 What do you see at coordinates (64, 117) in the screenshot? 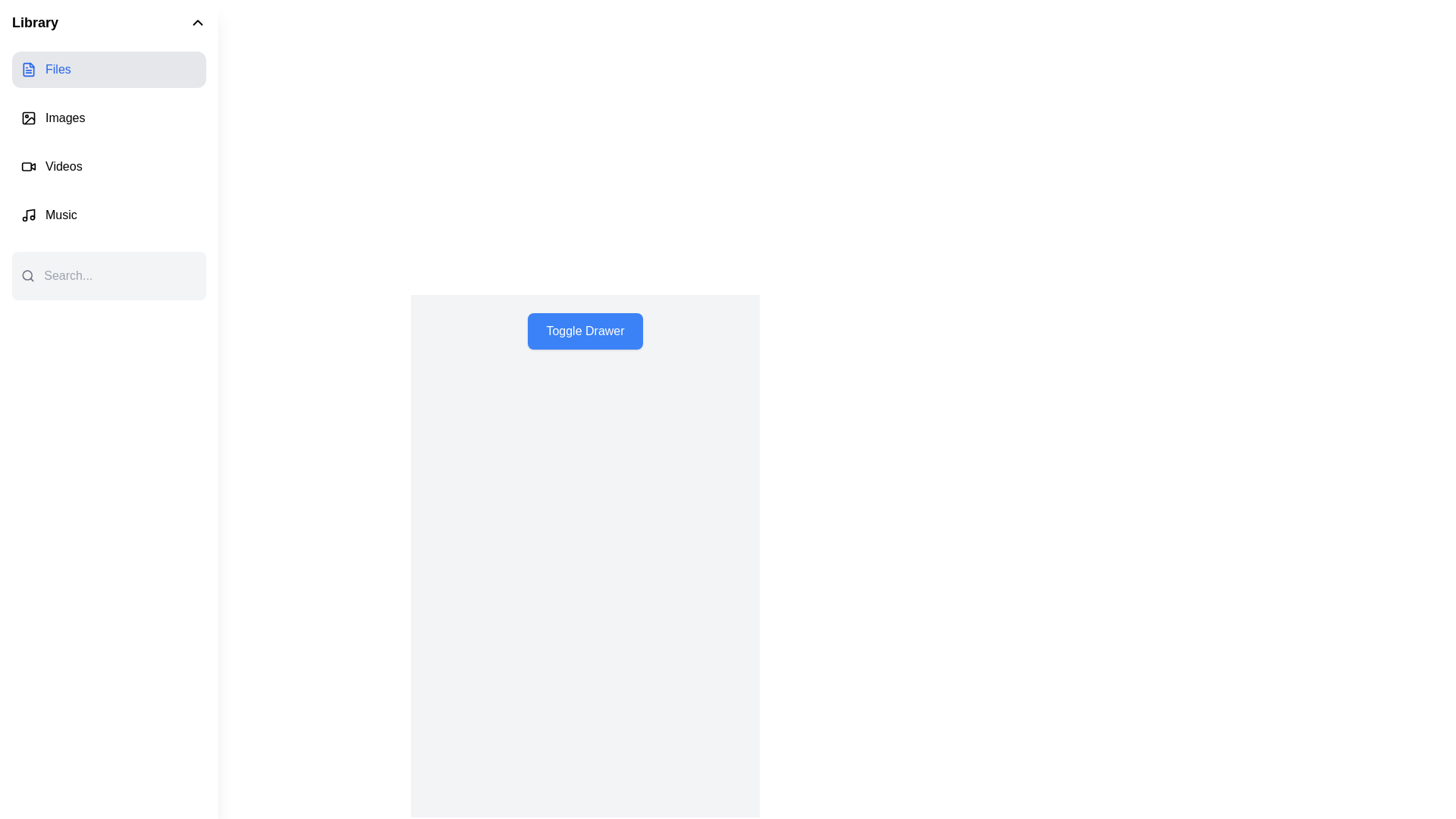
I see `on the 'Images' text label in the Library navigation menu` at bounding box center [64, 117].